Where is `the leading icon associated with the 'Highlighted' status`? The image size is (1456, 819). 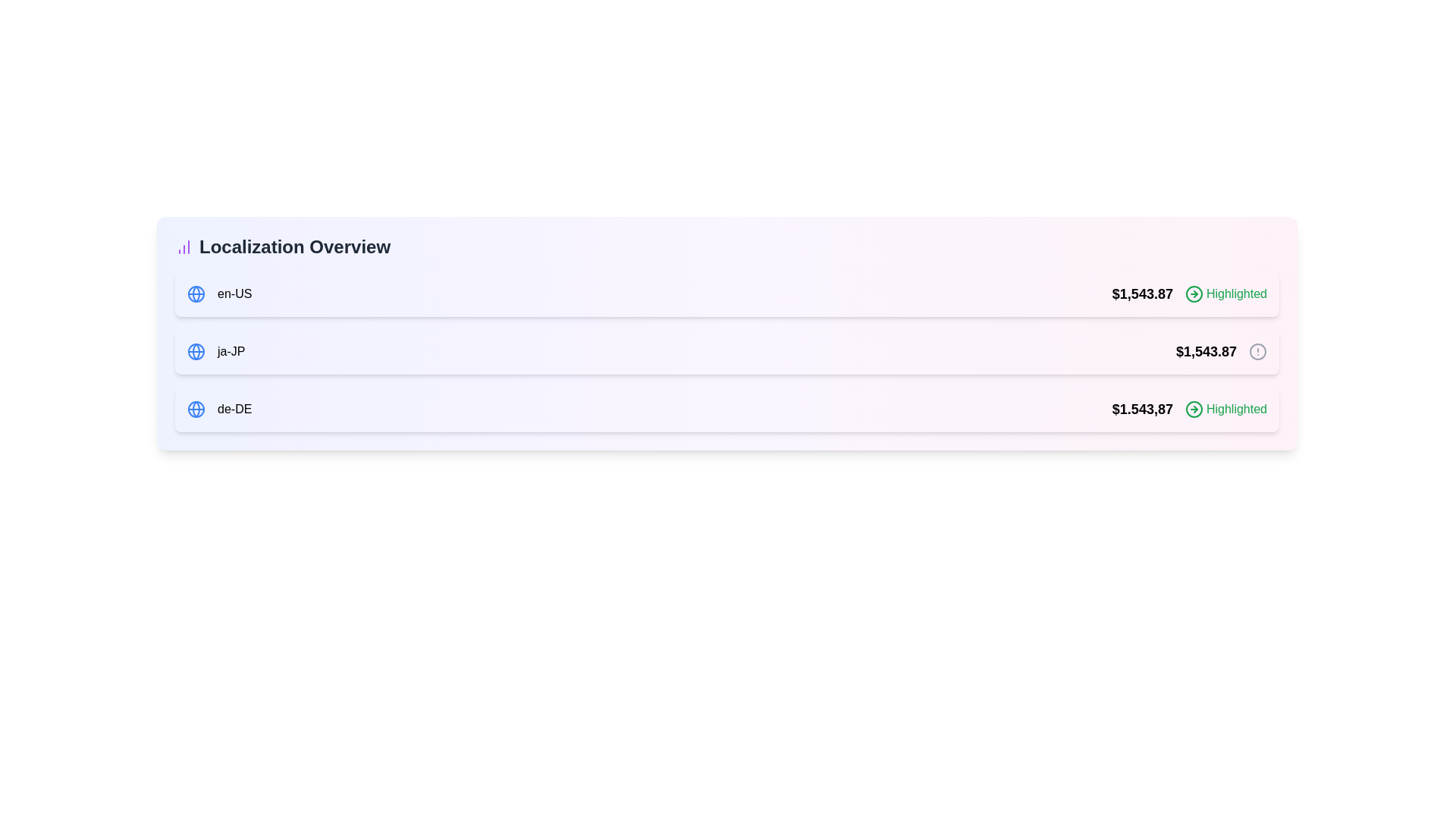 the leading icon associated with the 'Highlighted' status is located at coordinates (1193, 409).